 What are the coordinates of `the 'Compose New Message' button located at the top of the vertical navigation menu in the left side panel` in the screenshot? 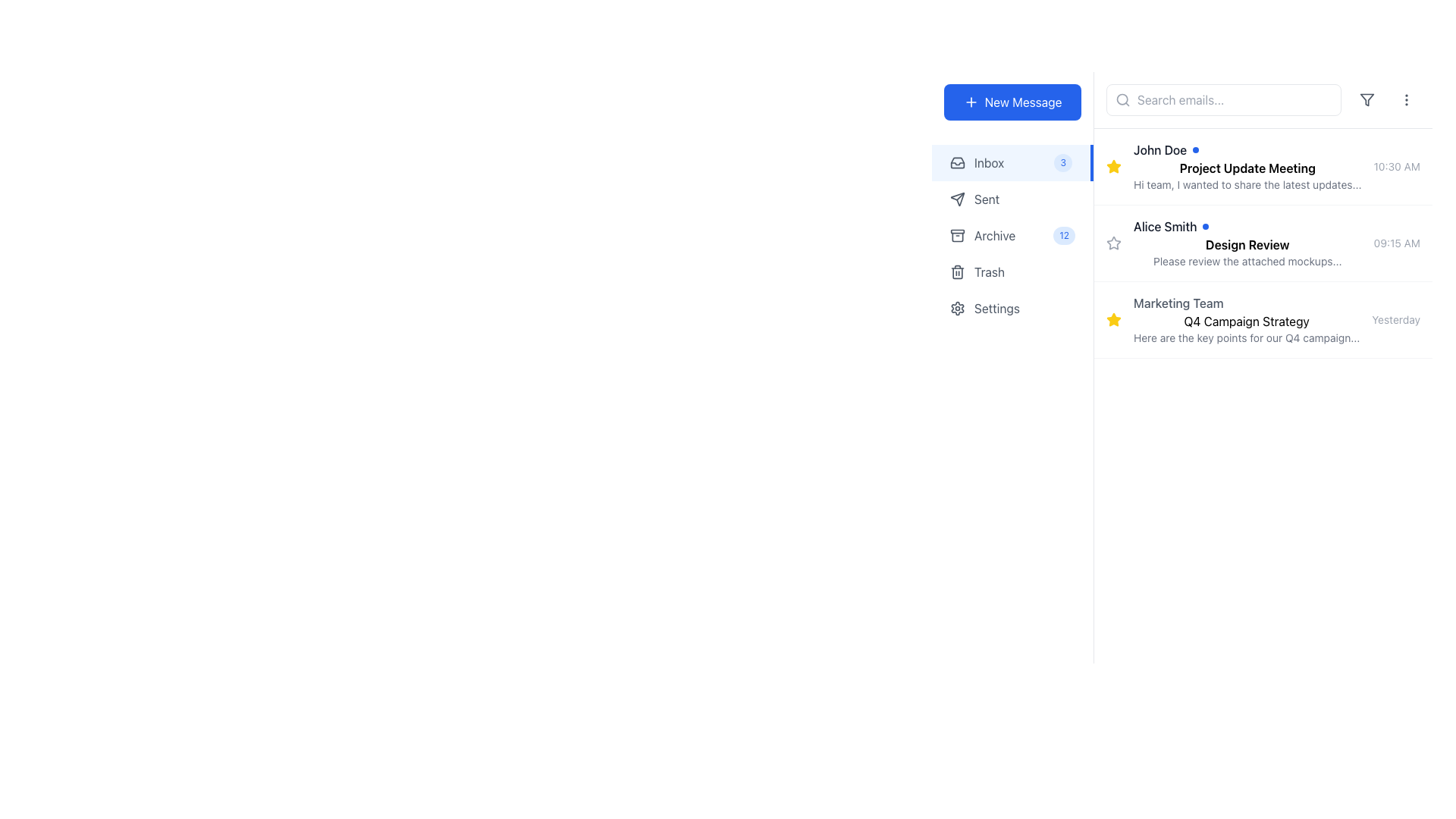 It's located at (1012, 102).